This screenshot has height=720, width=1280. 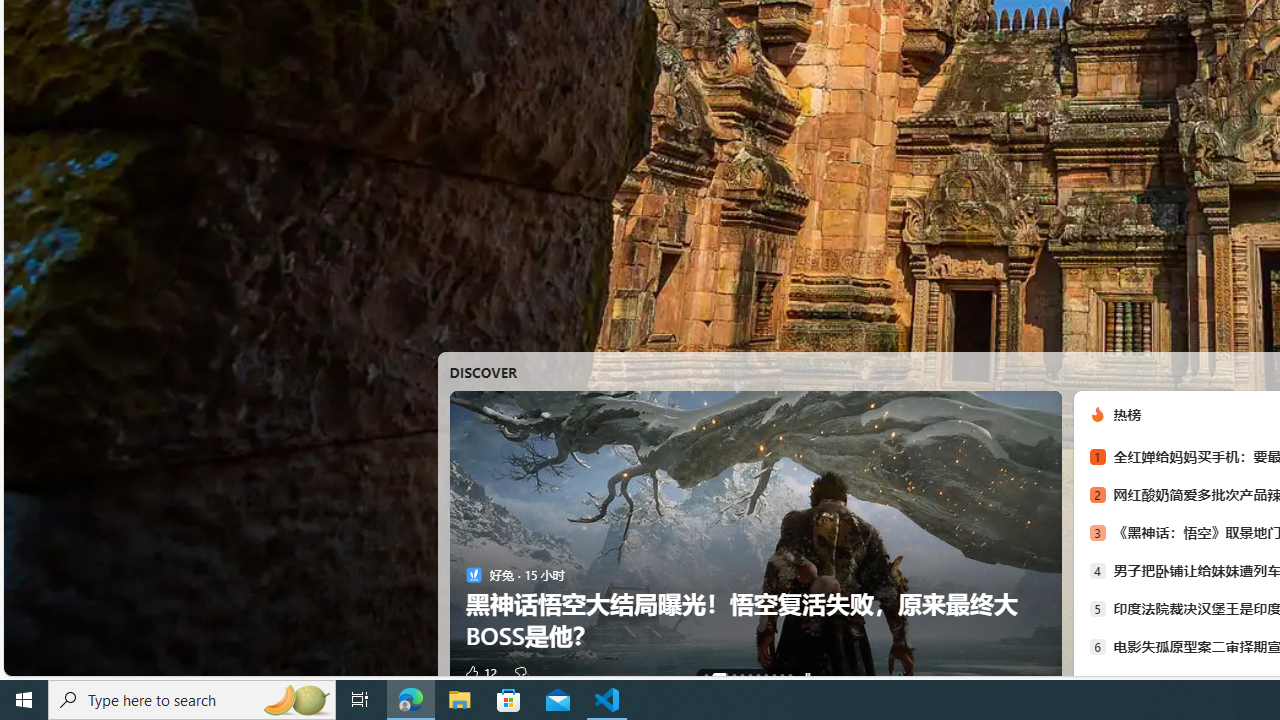 I want to click on 'AutomationID: tab-7', so click(x=773, y=675).